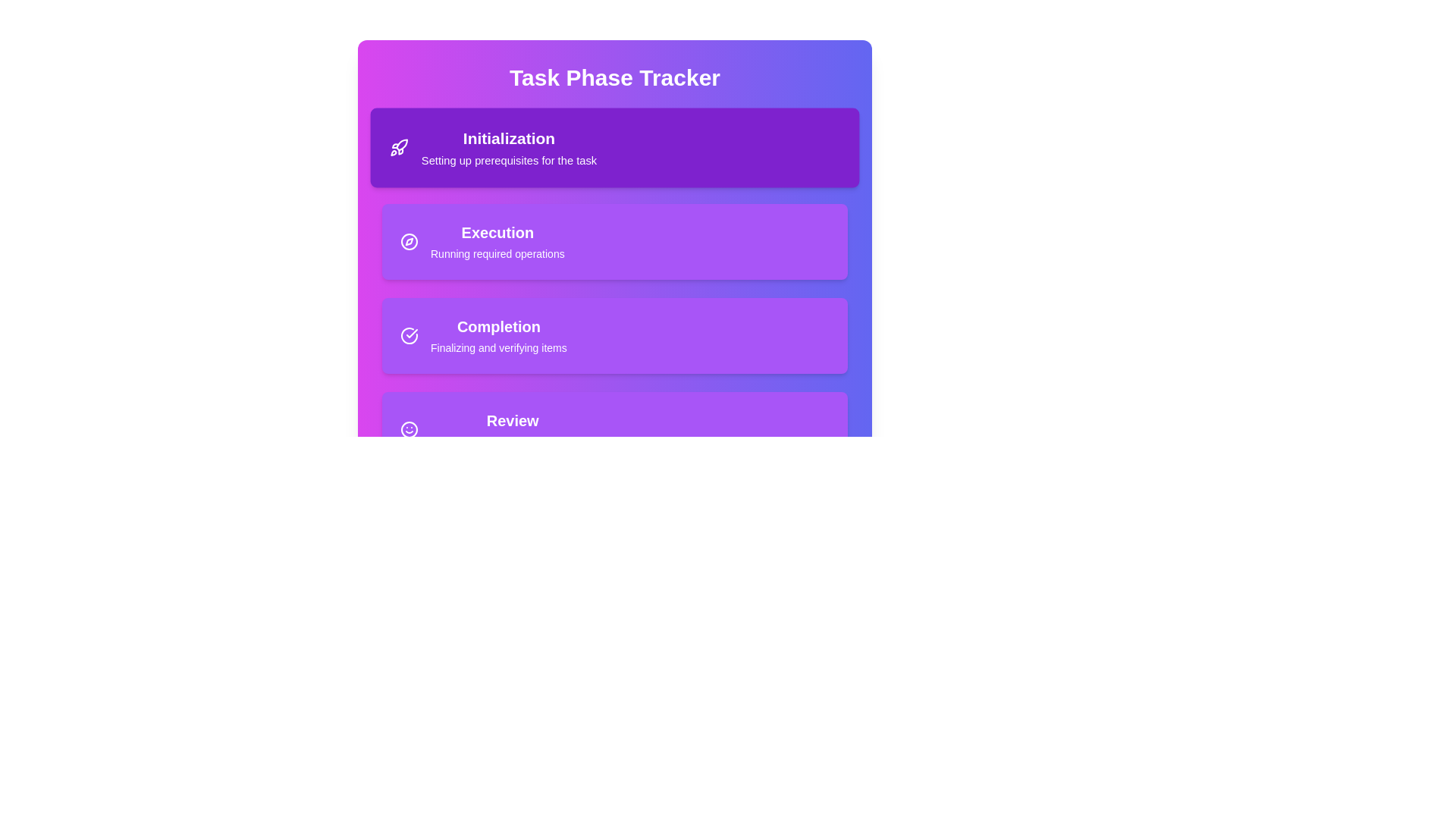 The height and width of the screenshot is (819, 1456). I want to click on the Informational card with a purple background containing a smiley icon and the text 'Review', located below the 'Completion' card in the Task Phase Tracker, so click(615, 430).